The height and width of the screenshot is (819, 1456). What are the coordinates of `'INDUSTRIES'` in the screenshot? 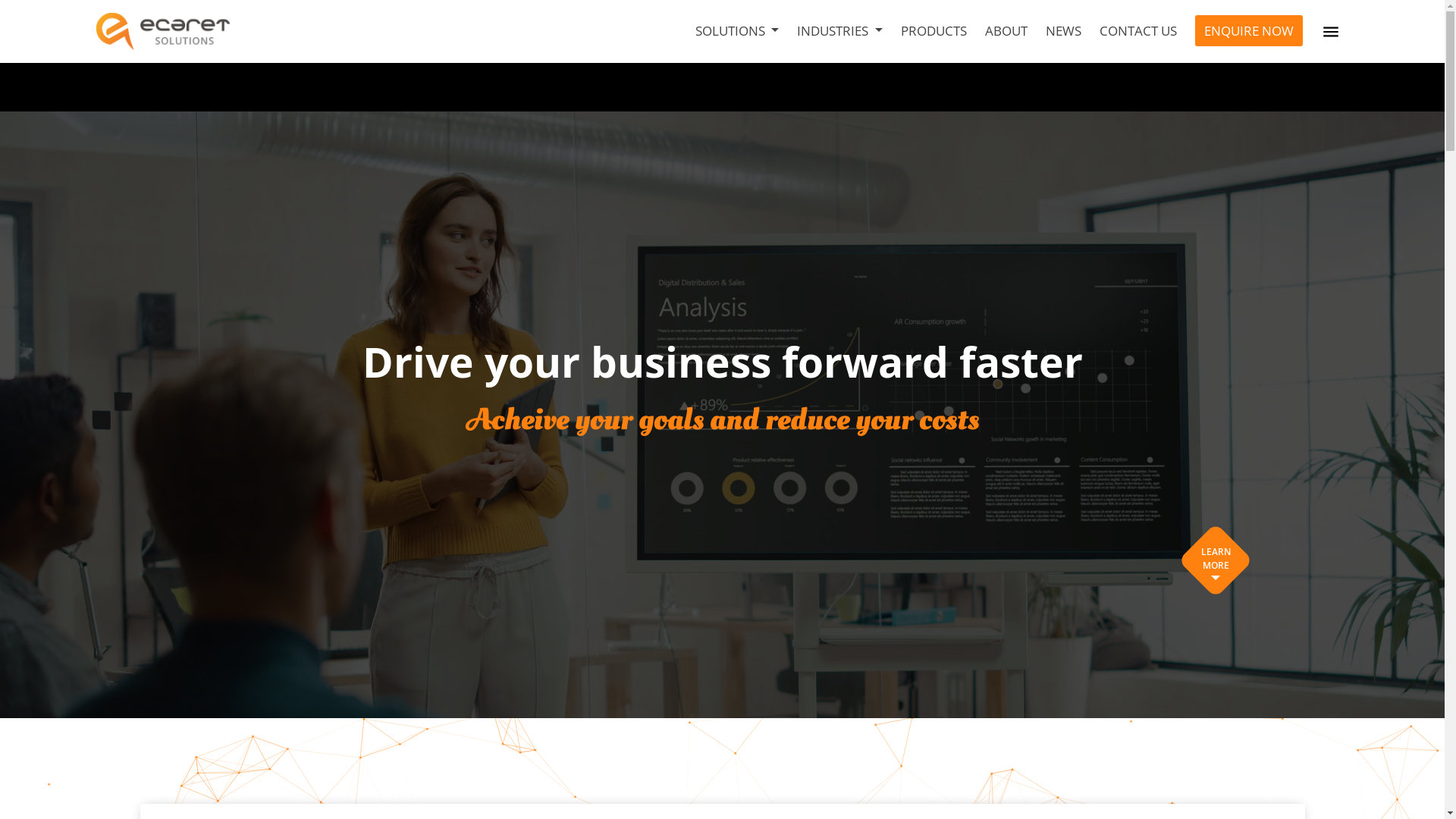 It's located at (839, 31).